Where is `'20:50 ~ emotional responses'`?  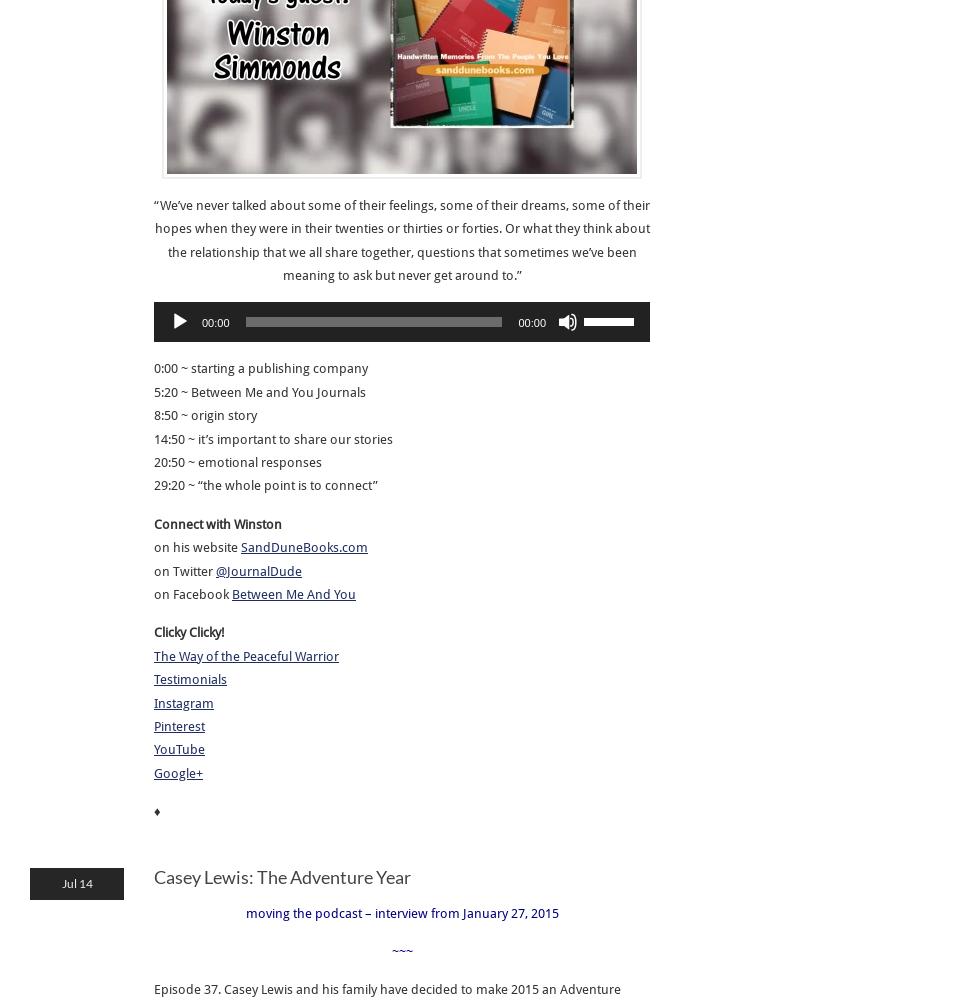 '20:50 ~ emotional responses' is located at coordinates (237, 461).